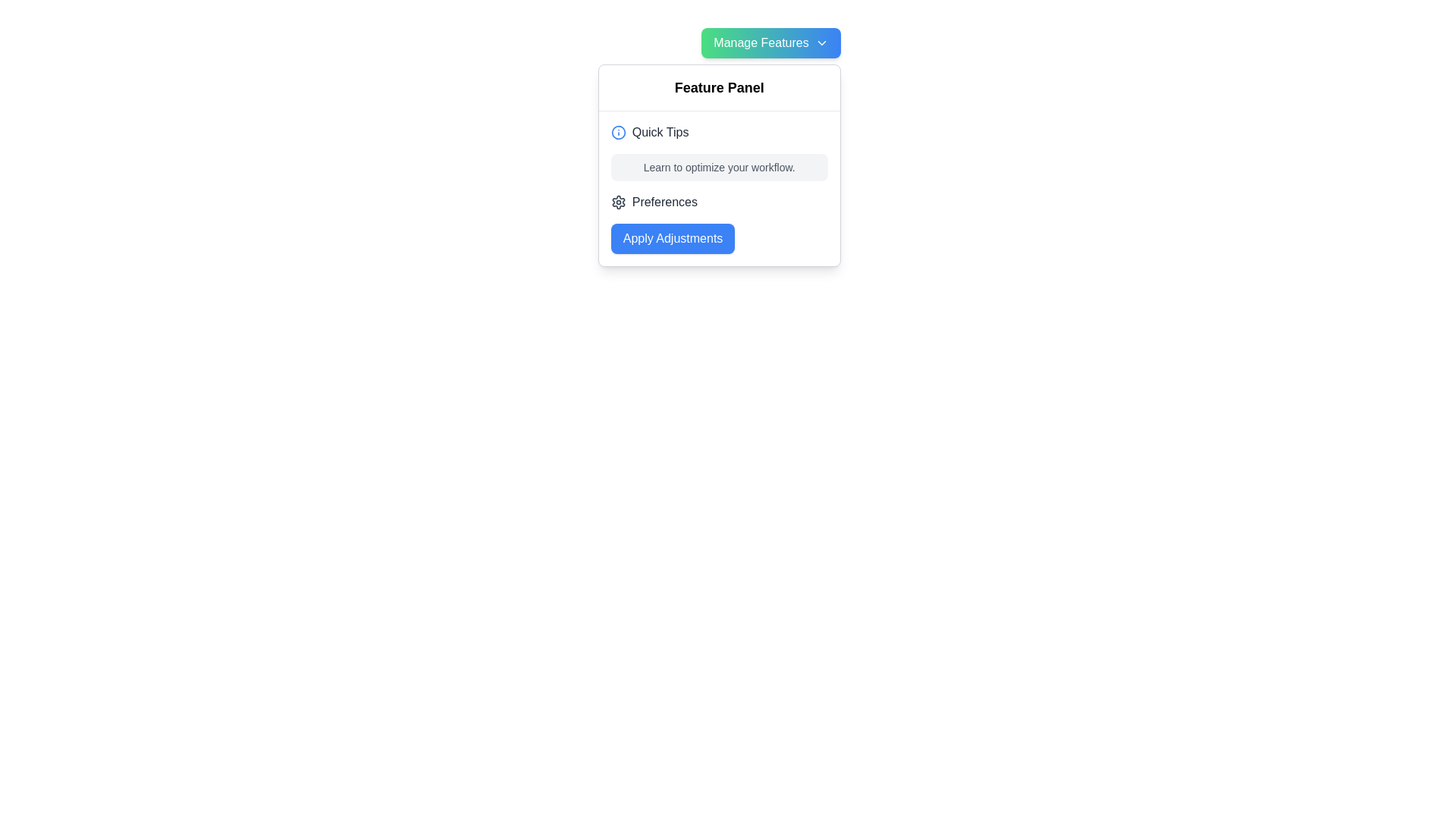 The width and height of the screenshot is (1456, 819). Describe the element at coordinates (618, 201) in the screenshot. I see `the settings icon in the upper section of the 'Preferences' row, which visually represents configuration options` at that location.